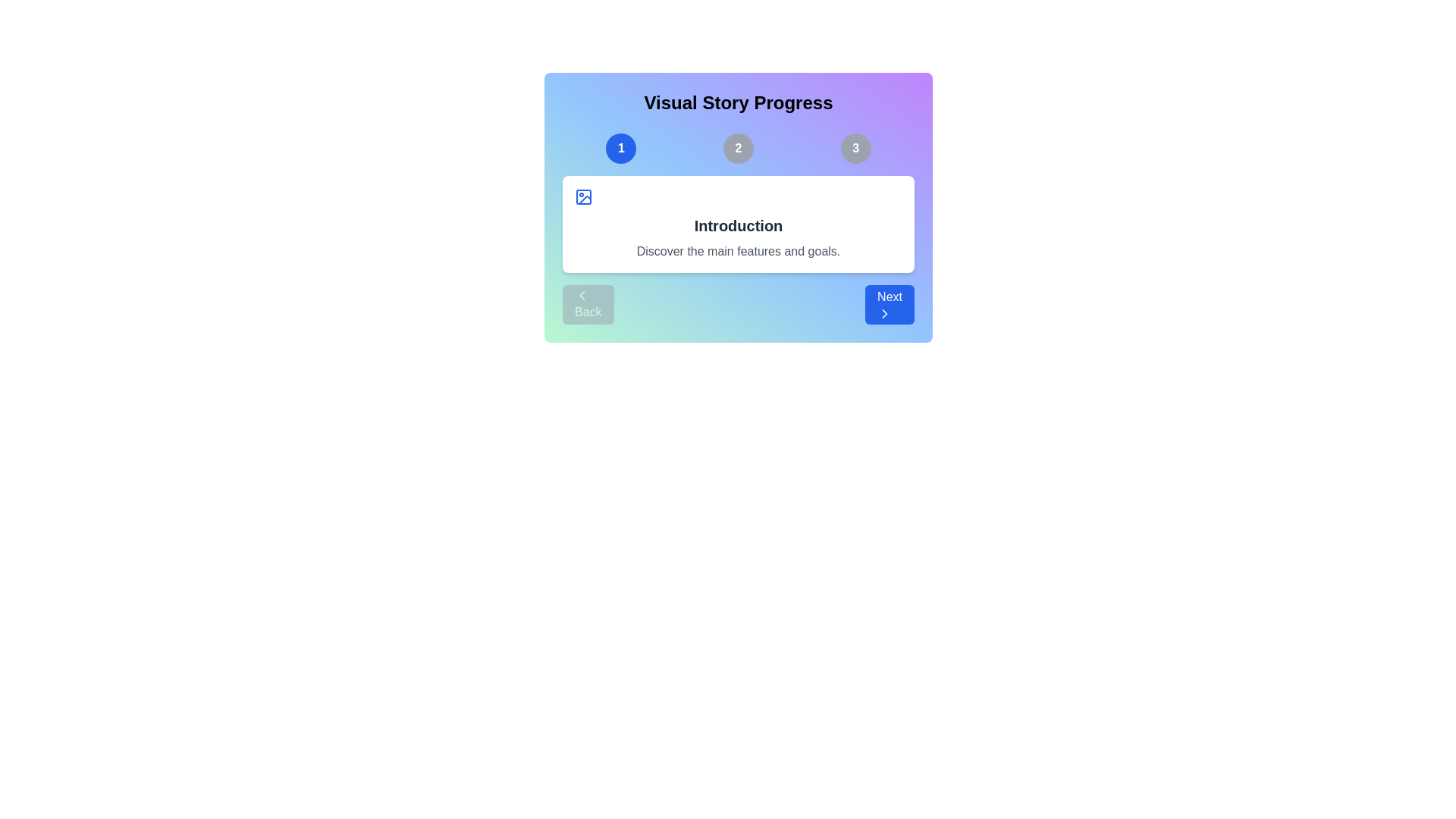 The image size is (1456, 819). What do you see at coordinates (739, 149) in the screenshot?
I see `the slide number indicator corresponding to slide 2` at bounding box center [739, 149].